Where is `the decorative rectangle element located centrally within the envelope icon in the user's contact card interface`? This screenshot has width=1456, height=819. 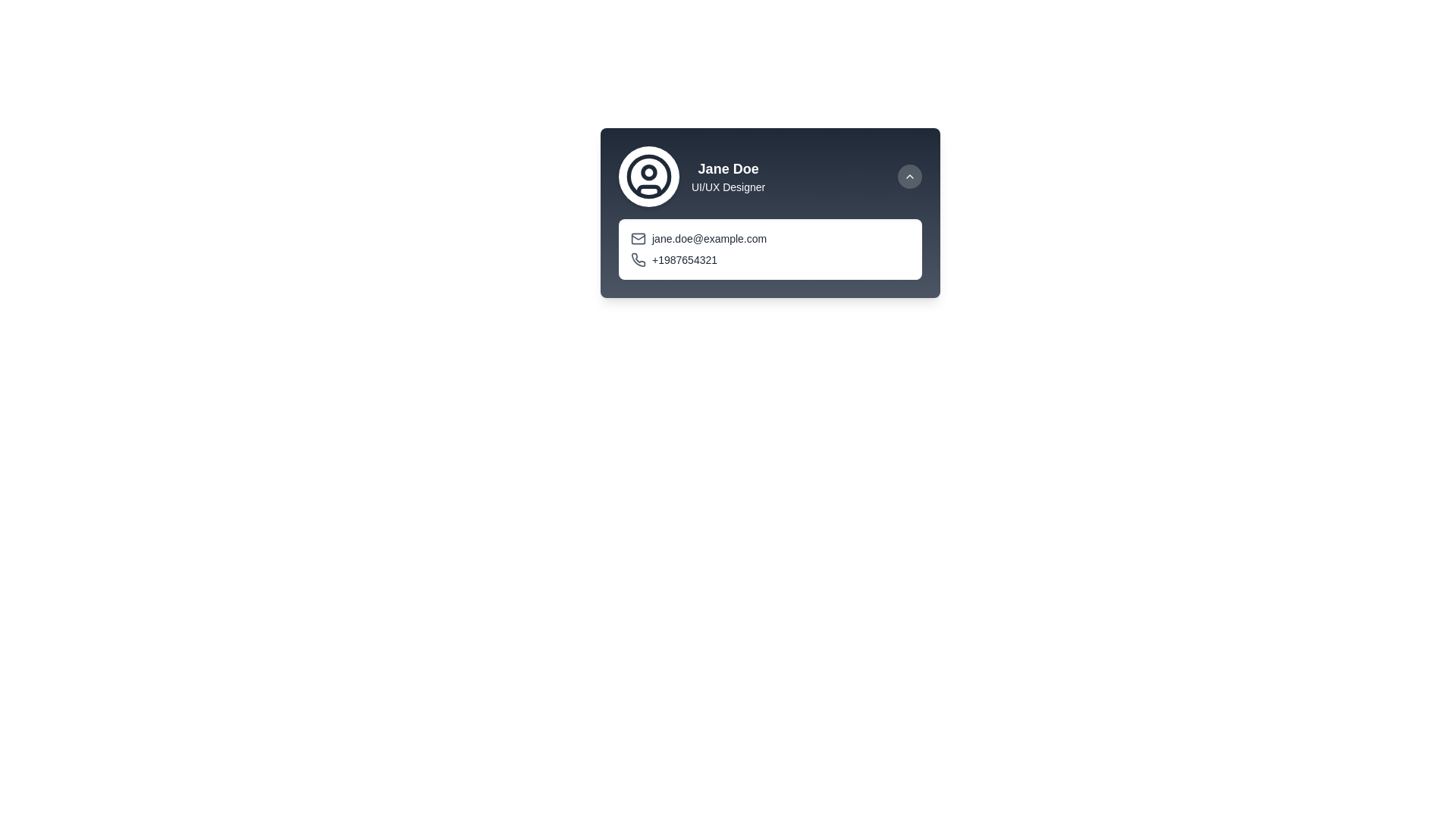
the decorative rectangle element located centrally within the envelope icon in the user's contact card interface is located at coordinates (638, 239).